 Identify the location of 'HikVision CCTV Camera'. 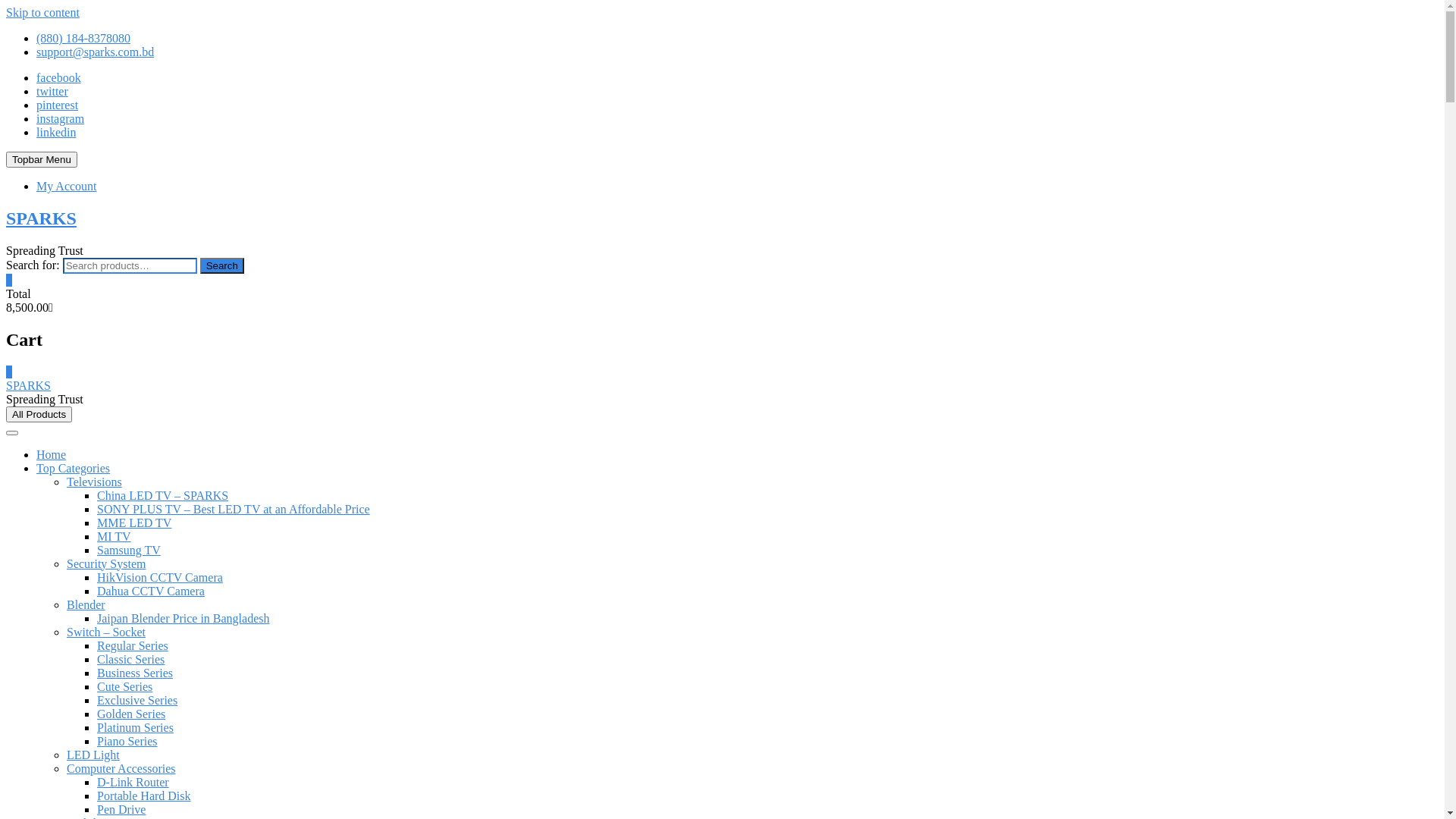
(160, 577).